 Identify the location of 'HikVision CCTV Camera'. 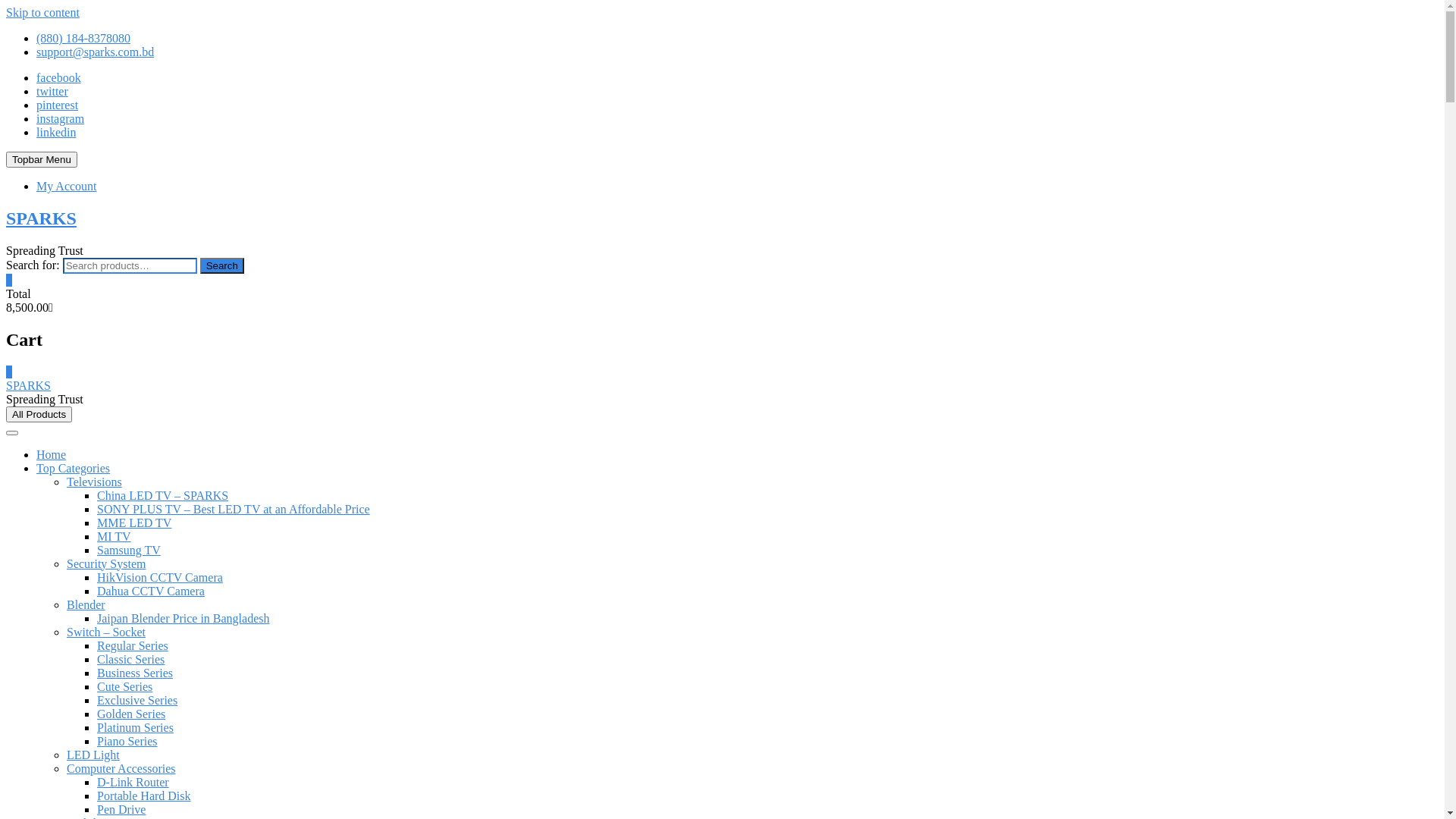
(160, 577).